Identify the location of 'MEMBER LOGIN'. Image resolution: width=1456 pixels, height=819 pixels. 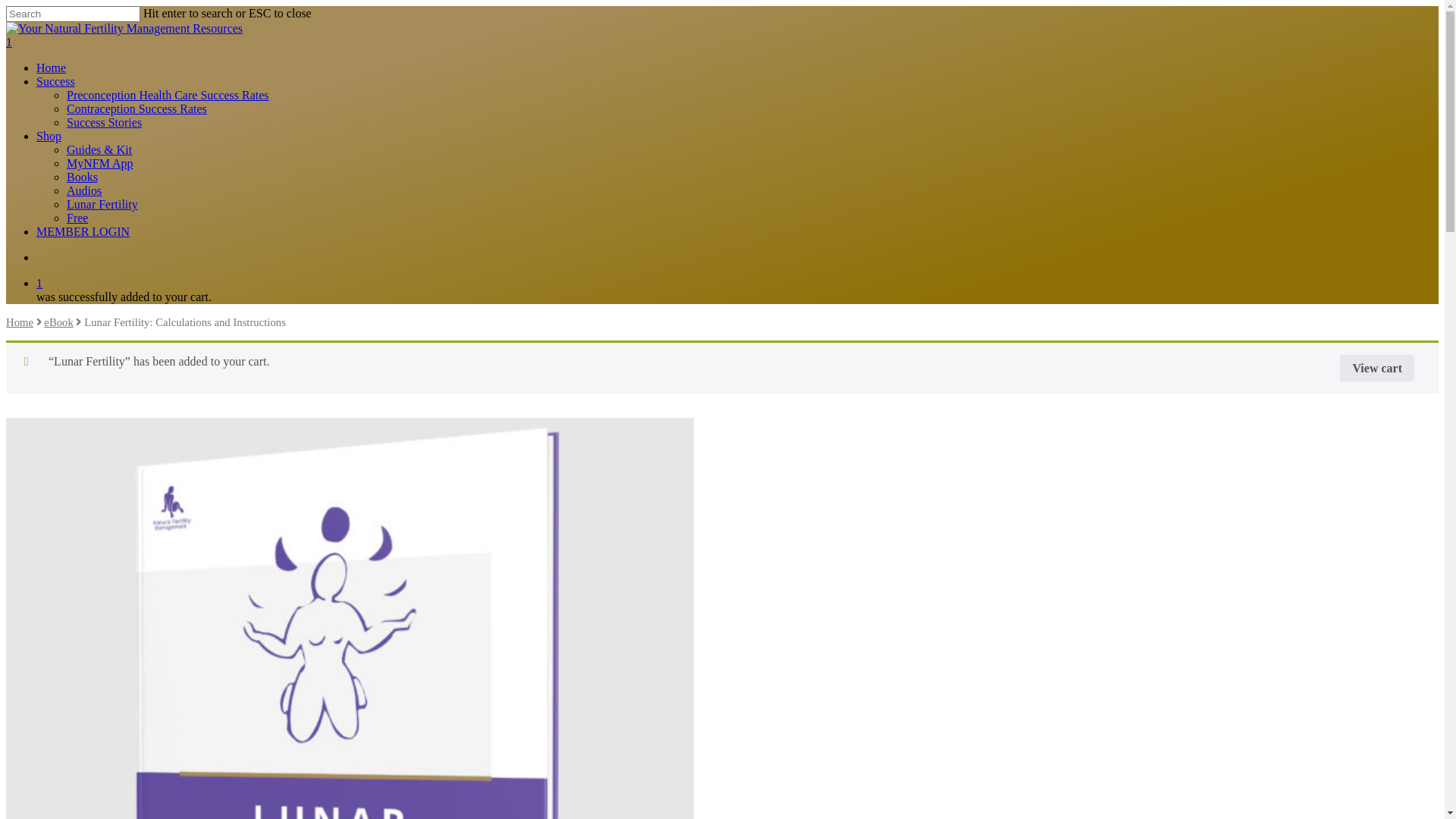
(36, 231).